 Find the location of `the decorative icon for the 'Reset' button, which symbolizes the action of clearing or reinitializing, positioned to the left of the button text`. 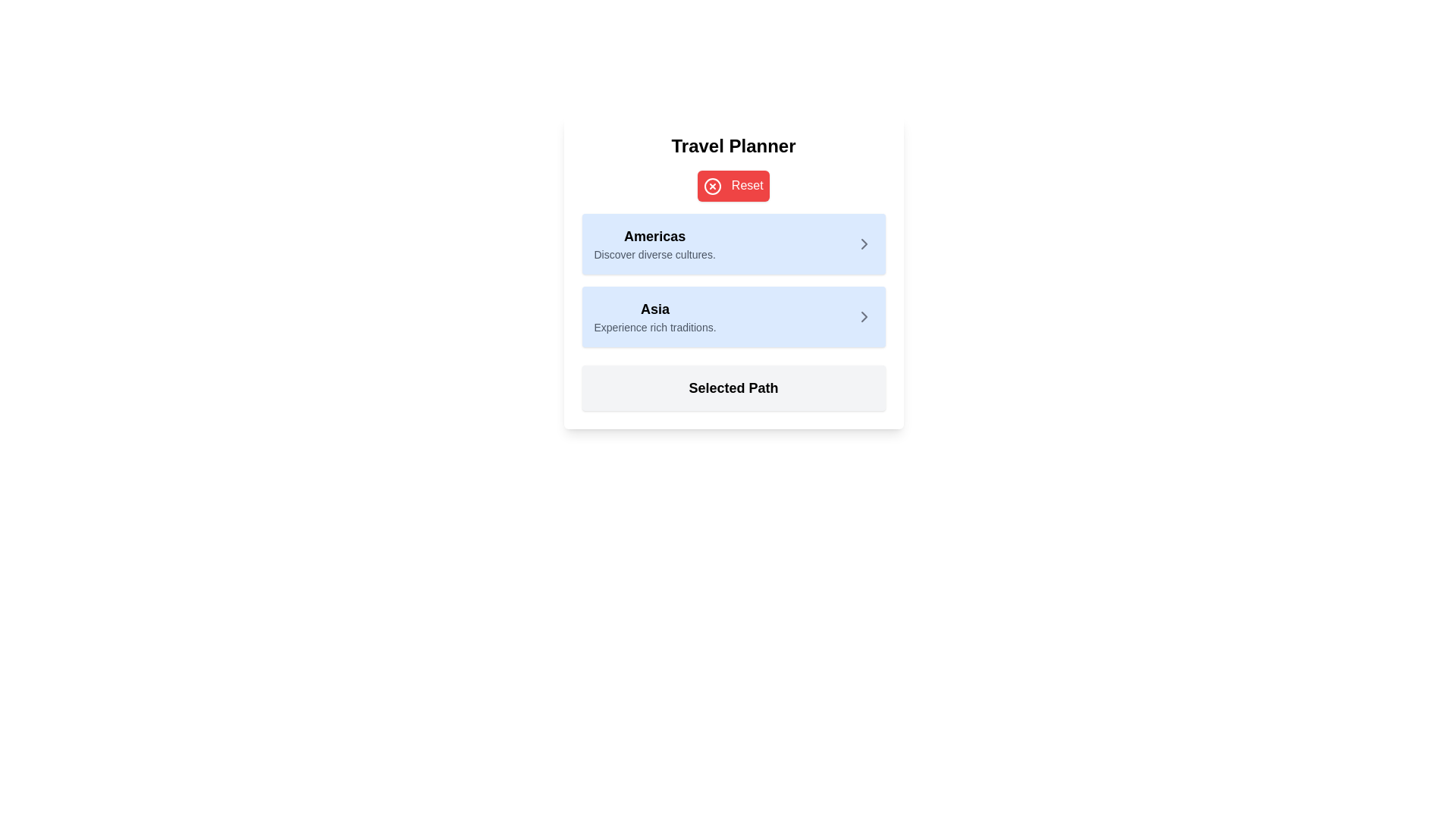

the decorative icon for the 'Reset' button, which symbolizes the action of clearing or reinitializing, positioned to the left of the button text is located at coordinates (712, 185).